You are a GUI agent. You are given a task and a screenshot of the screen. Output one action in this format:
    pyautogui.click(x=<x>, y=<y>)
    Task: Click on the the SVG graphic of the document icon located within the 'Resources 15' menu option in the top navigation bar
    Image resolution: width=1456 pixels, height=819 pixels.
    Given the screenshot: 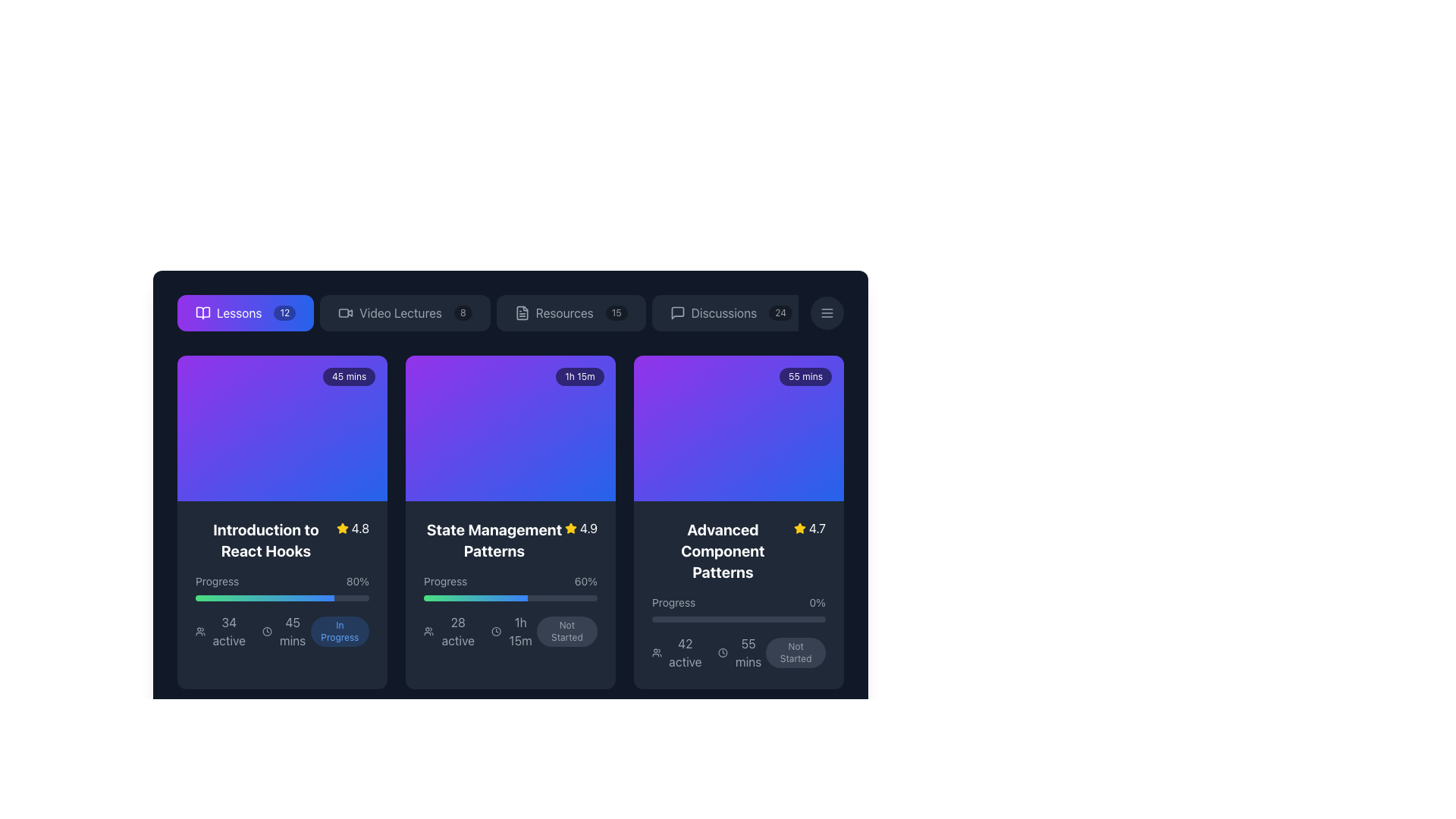 What is the action you would take?
    pyautogui.click(x=522, y=312)
    